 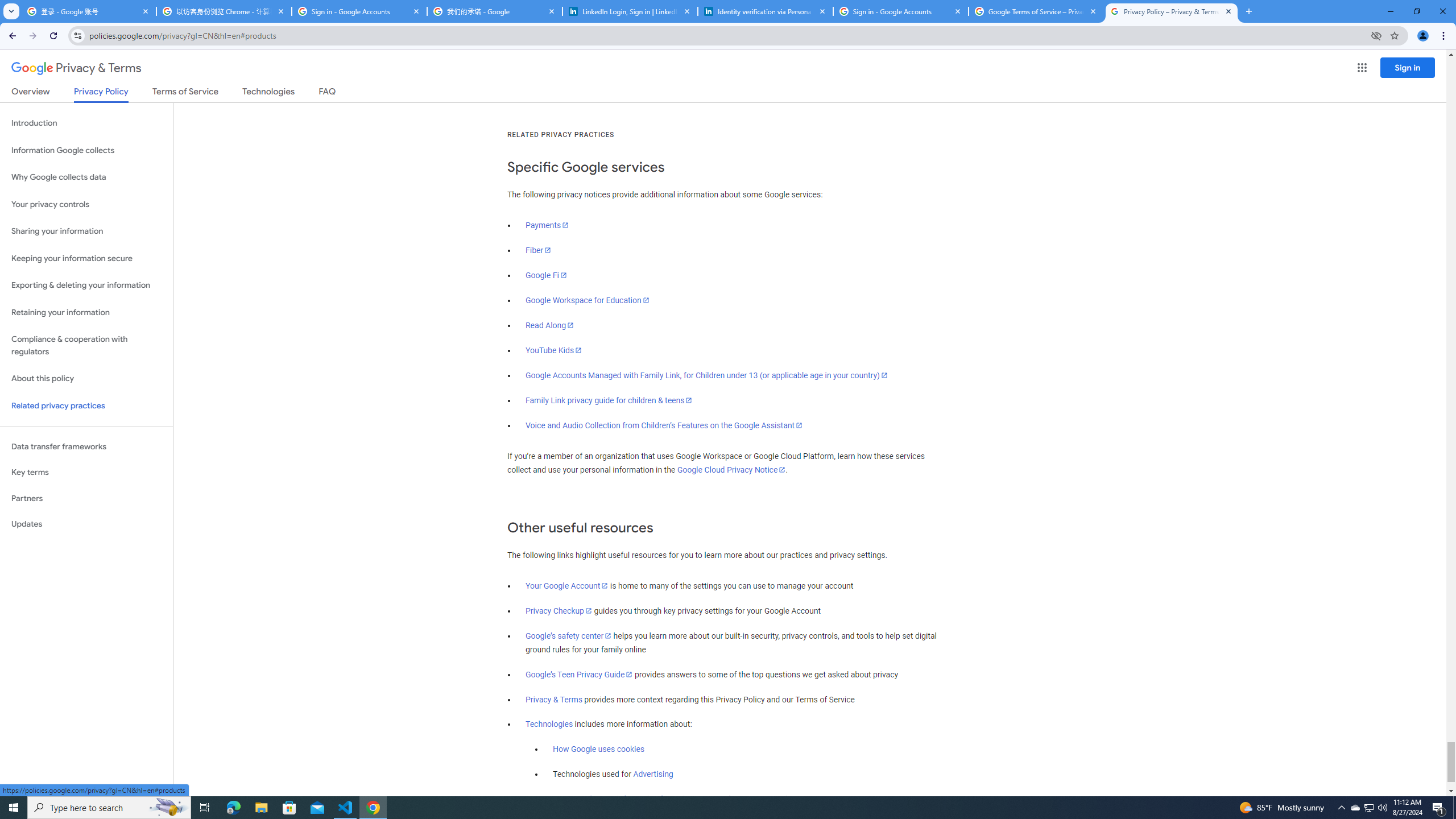 What do you see at coordinates (566, 586) in the screenshot?
I see `'Your Google Account'` at bounding box center [566, 586].